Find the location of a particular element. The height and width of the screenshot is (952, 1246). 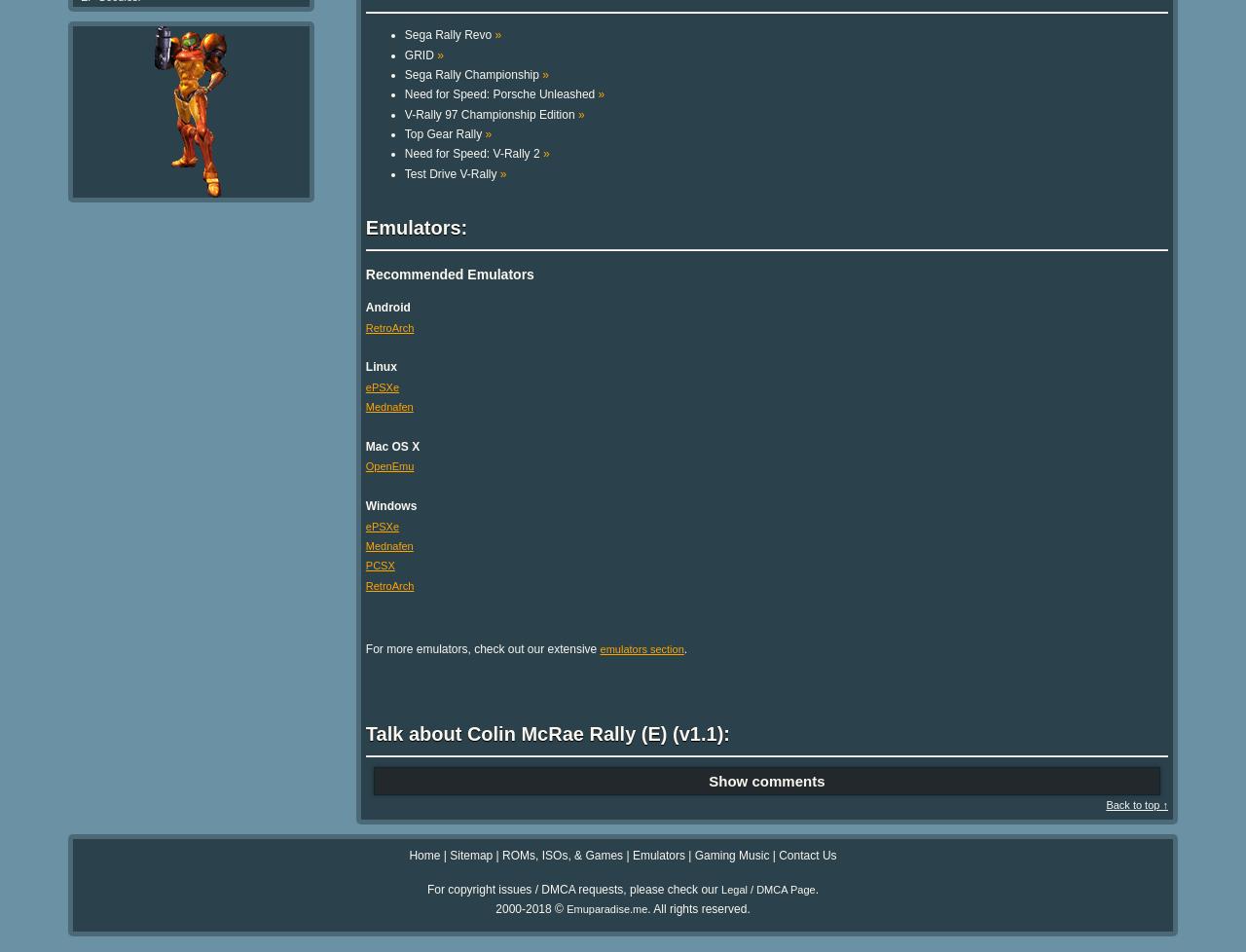

'ROMs, ISOs, & Games' is located at coordinates (501, 855).